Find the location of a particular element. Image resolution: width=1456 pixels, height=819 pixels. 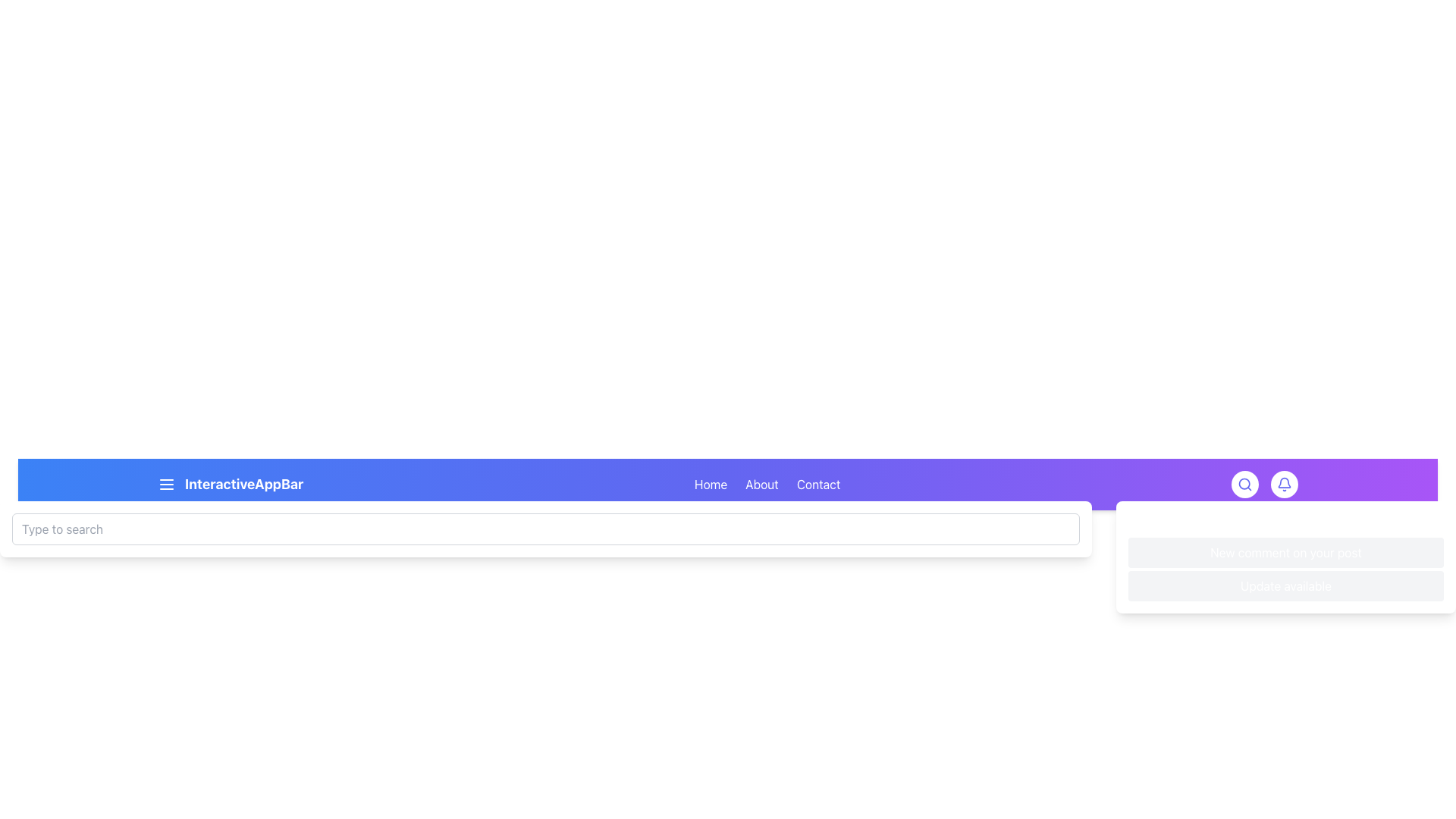

the circular search button with an indigo magnifying glass icon located in the upper-right corner of the interface is located at coordinates (1244, 485).